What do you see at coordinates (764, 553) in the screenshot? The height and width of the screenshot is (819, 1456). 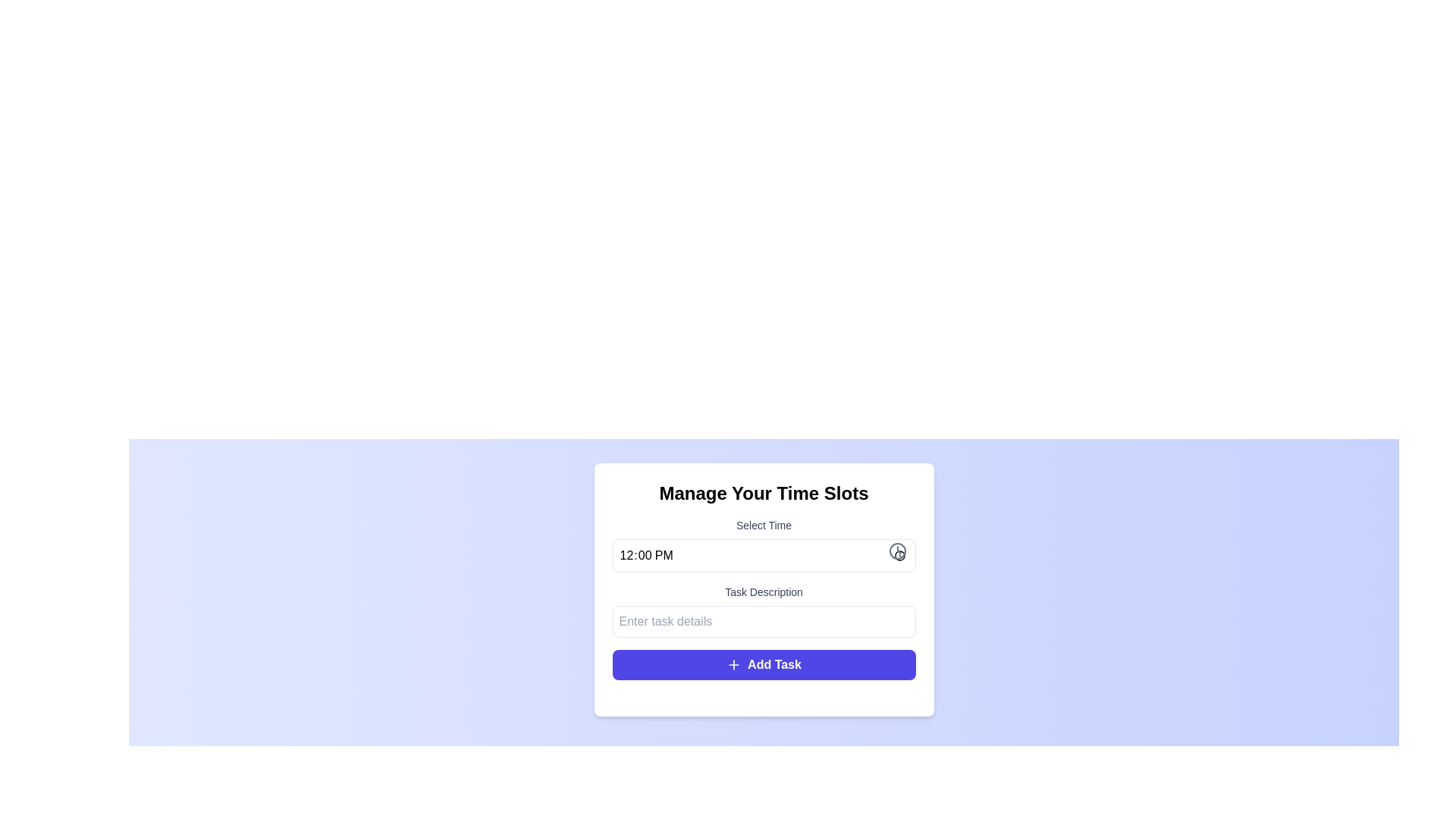 I see `from the time input field with a default value of '12:00'` at bounding box center [764, 553].